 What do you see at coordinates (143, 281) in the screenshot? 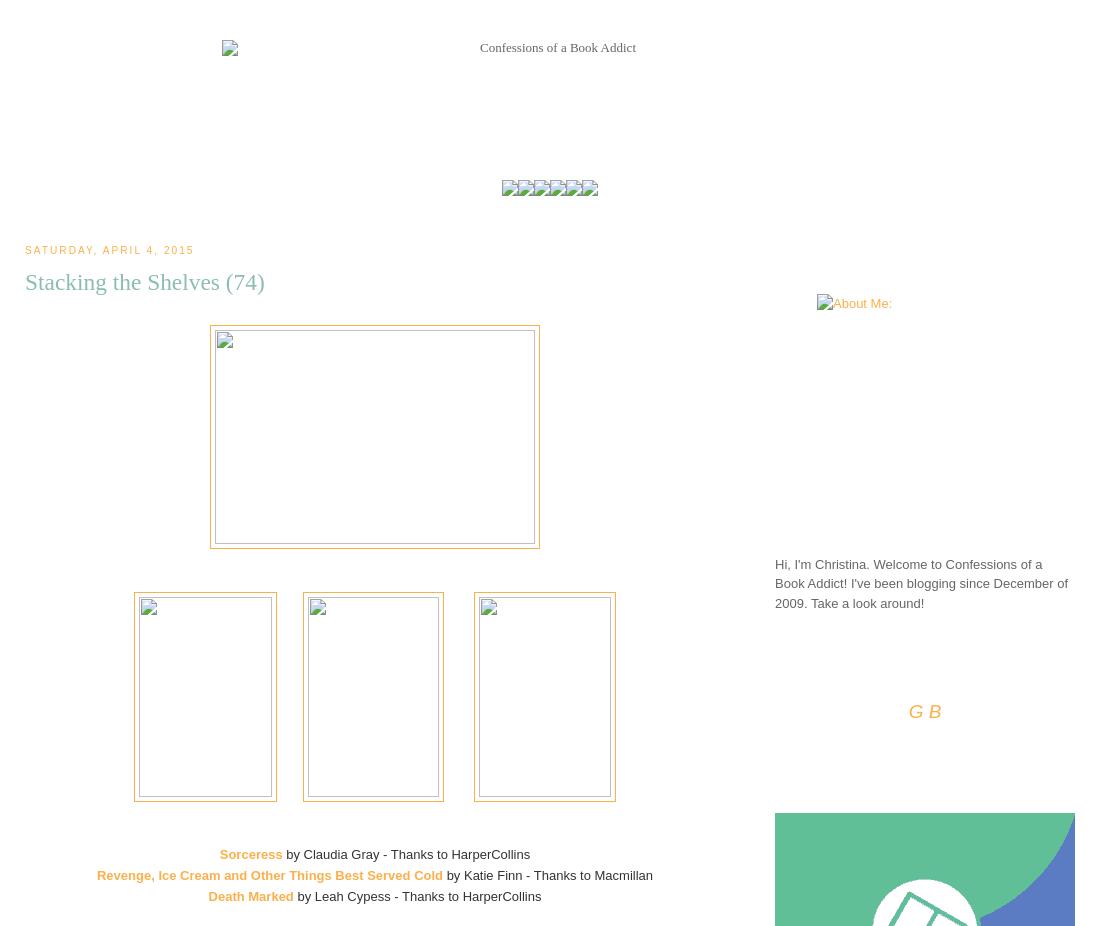
I see `'Stacking the Shelves (74)'` at bounding box center [143, 281].